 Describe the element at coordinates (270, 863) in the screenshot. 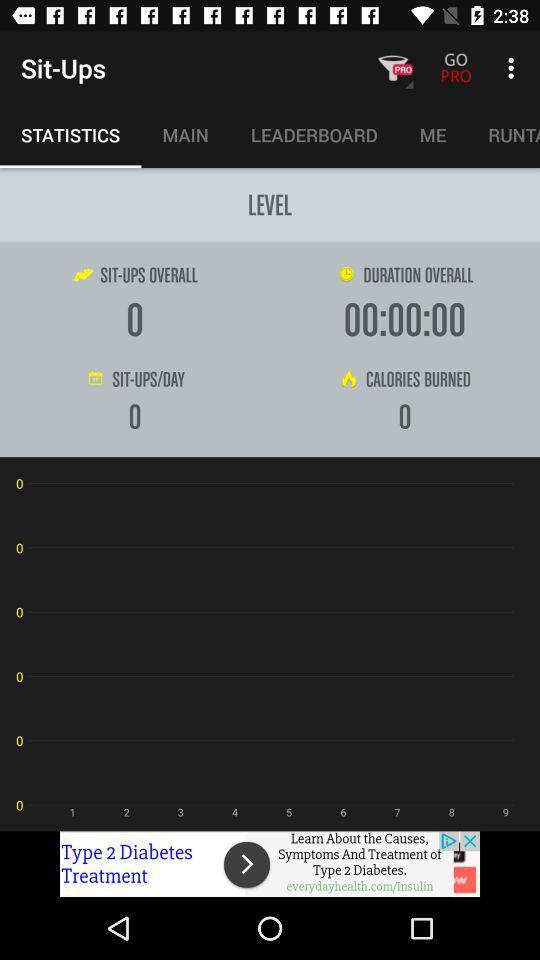

I see `this is add banner in app` at that location.